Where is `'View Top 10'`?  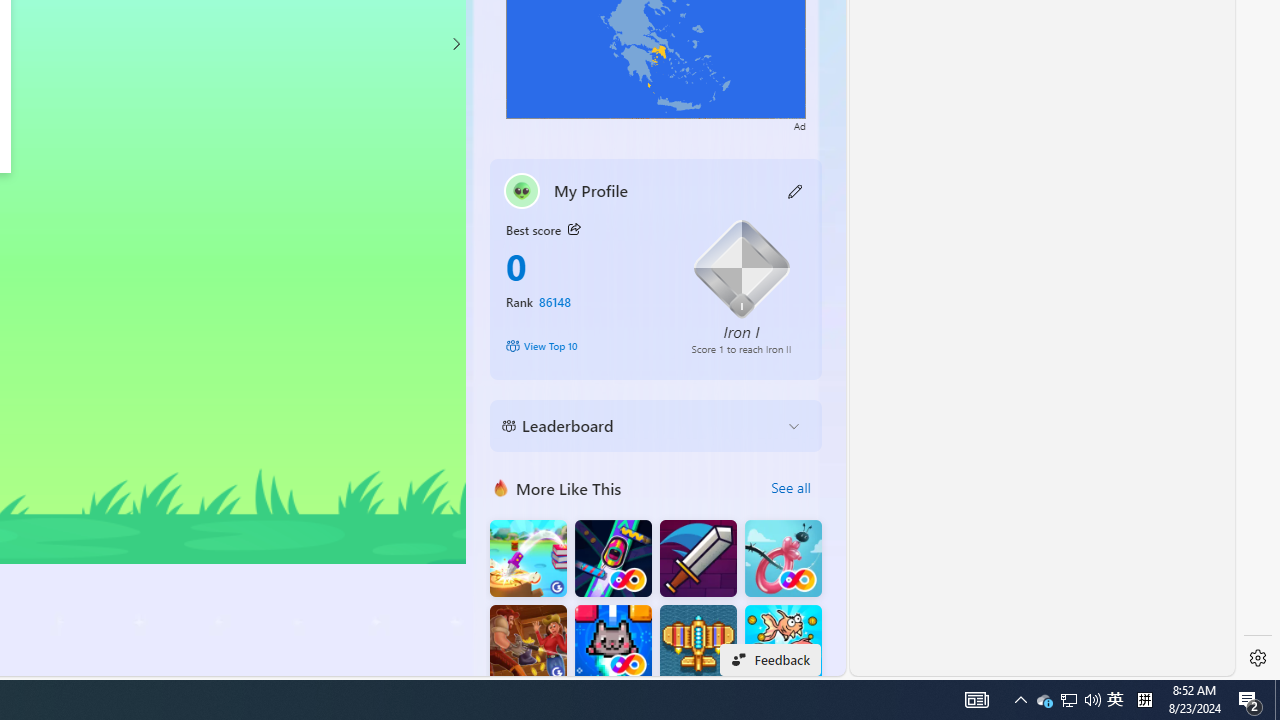 'View Top 10' is located at coordinates (583, 344).